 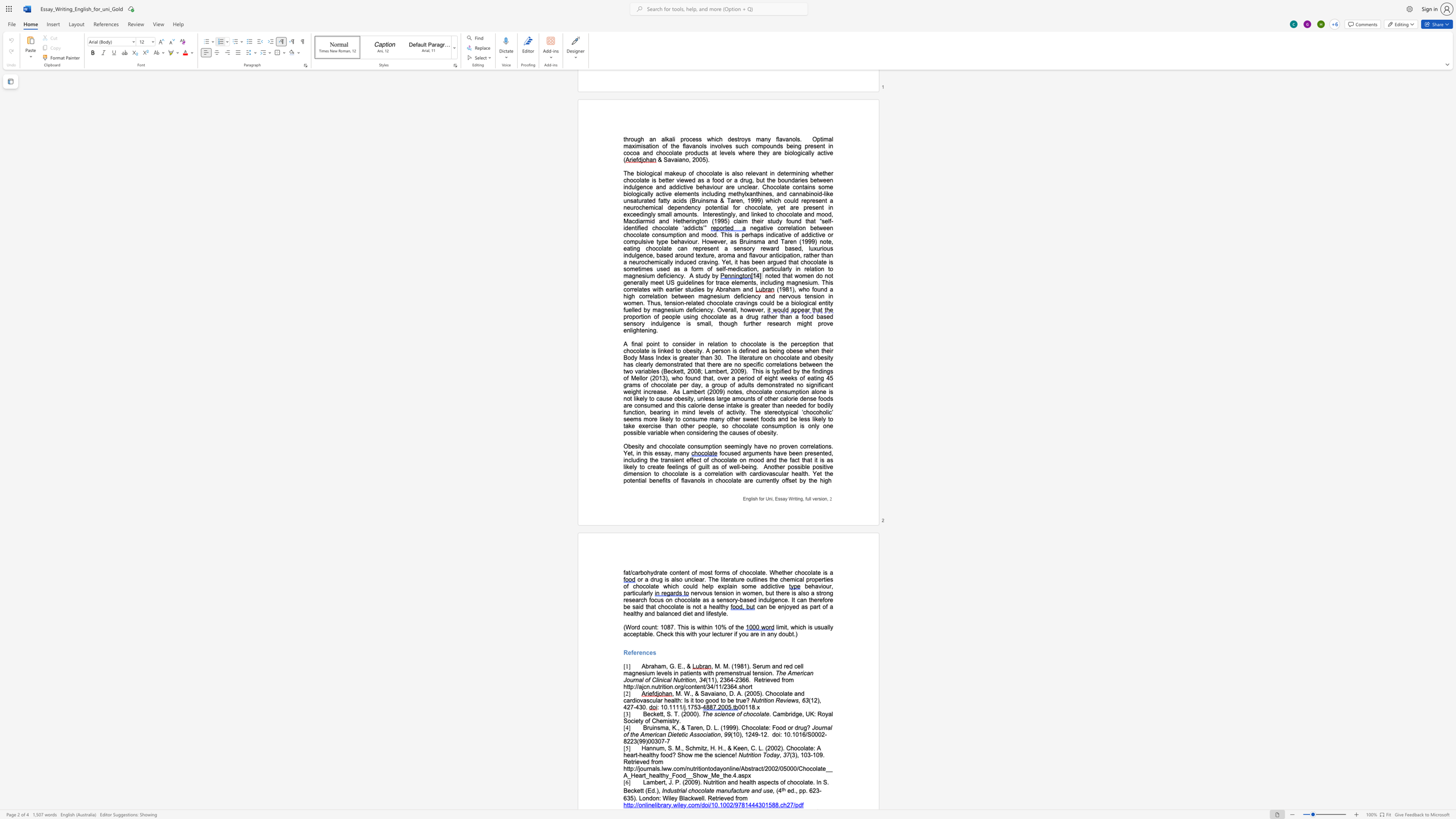 I want to click on the space between the continuous character "i" and "e" in the text, so click(x=787, y=700).